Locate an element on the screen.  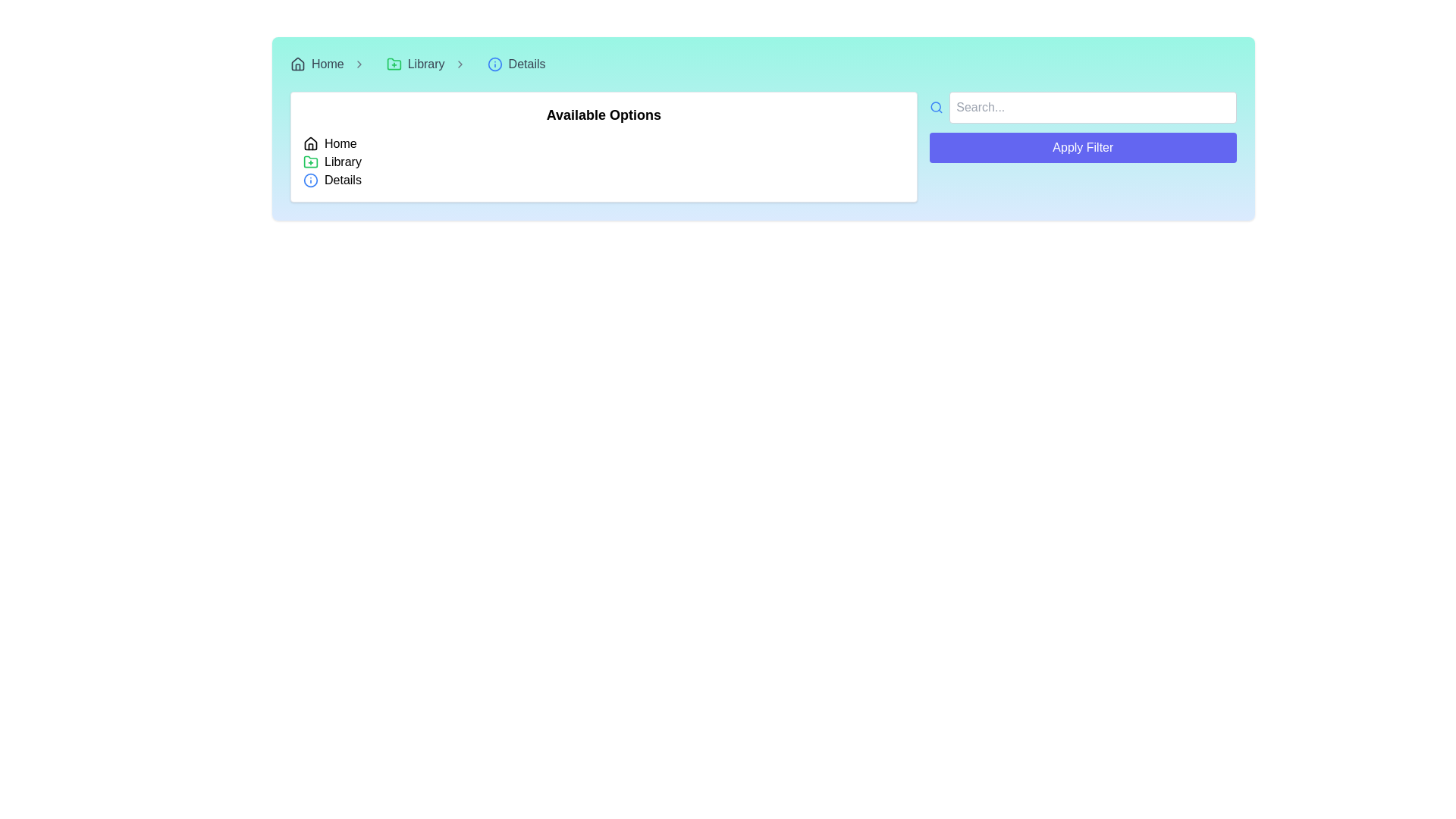
the 'Home' breadcrumb navigation label is located at coordinates (327, 63).